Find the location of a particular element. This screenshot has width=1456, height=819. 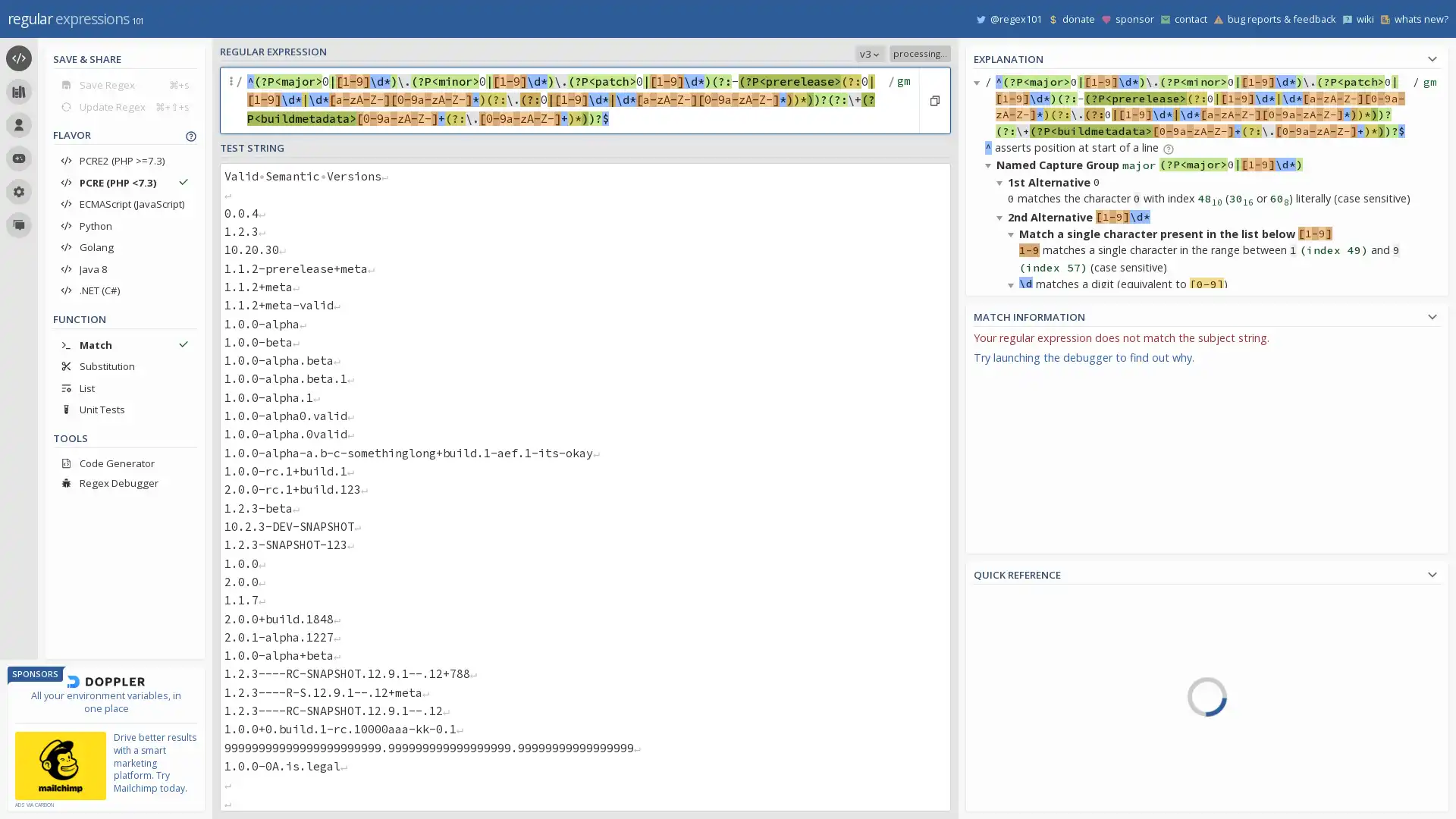

Collapse Subtree is located at coordinates (1013, 662).